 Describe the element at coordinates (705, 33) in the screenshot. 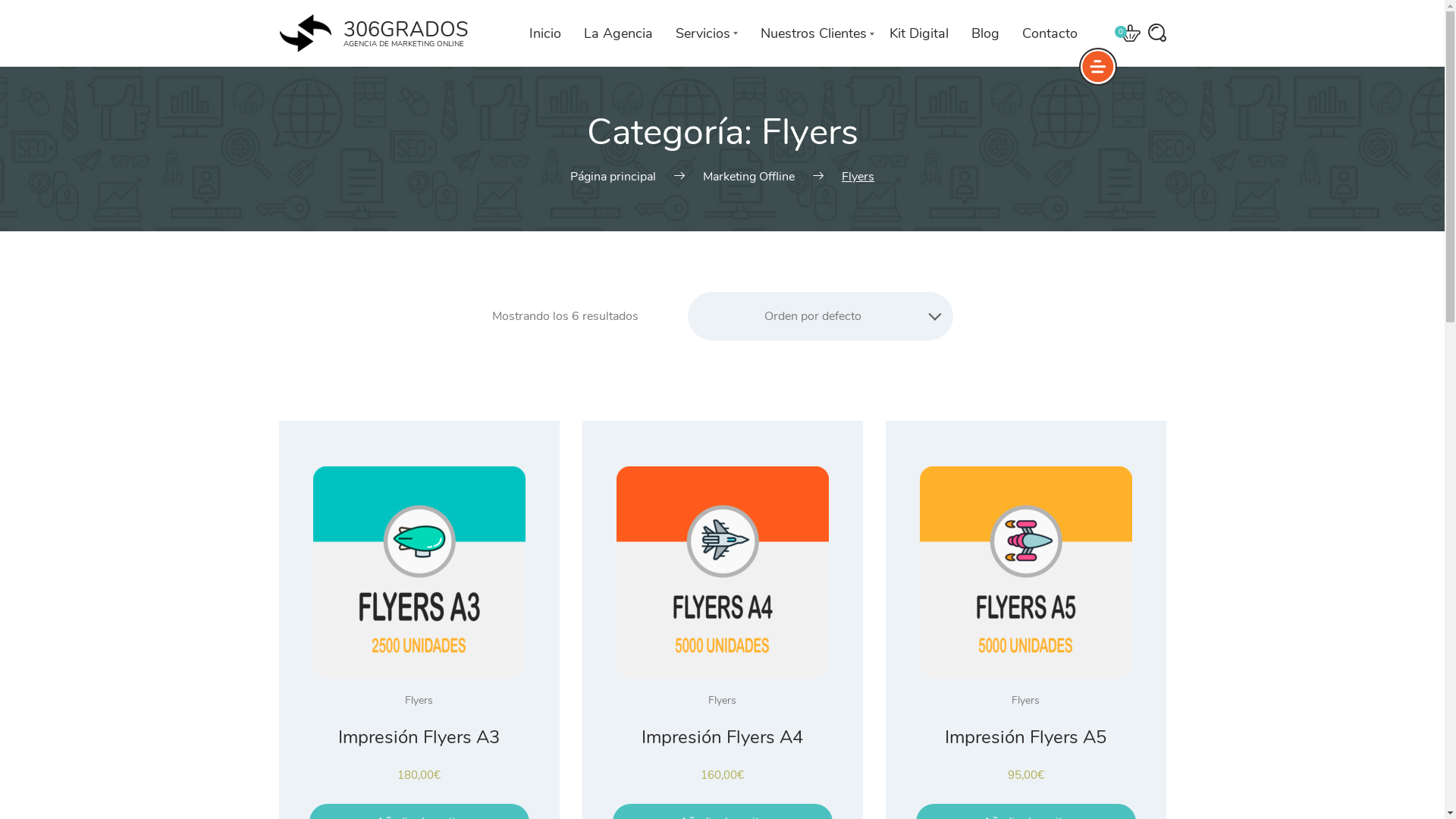

I see `'Servicios'` at that location.